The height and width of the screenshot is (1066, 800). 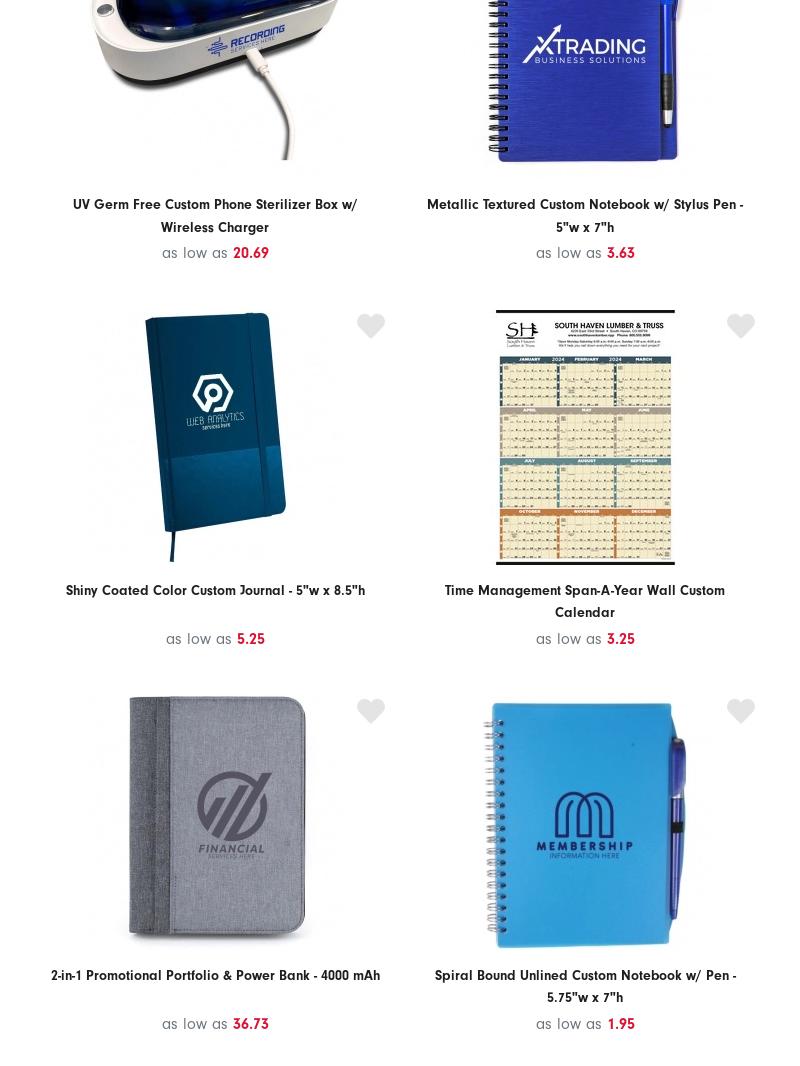 I want to click on '3.25', so click(x=620, y=637).